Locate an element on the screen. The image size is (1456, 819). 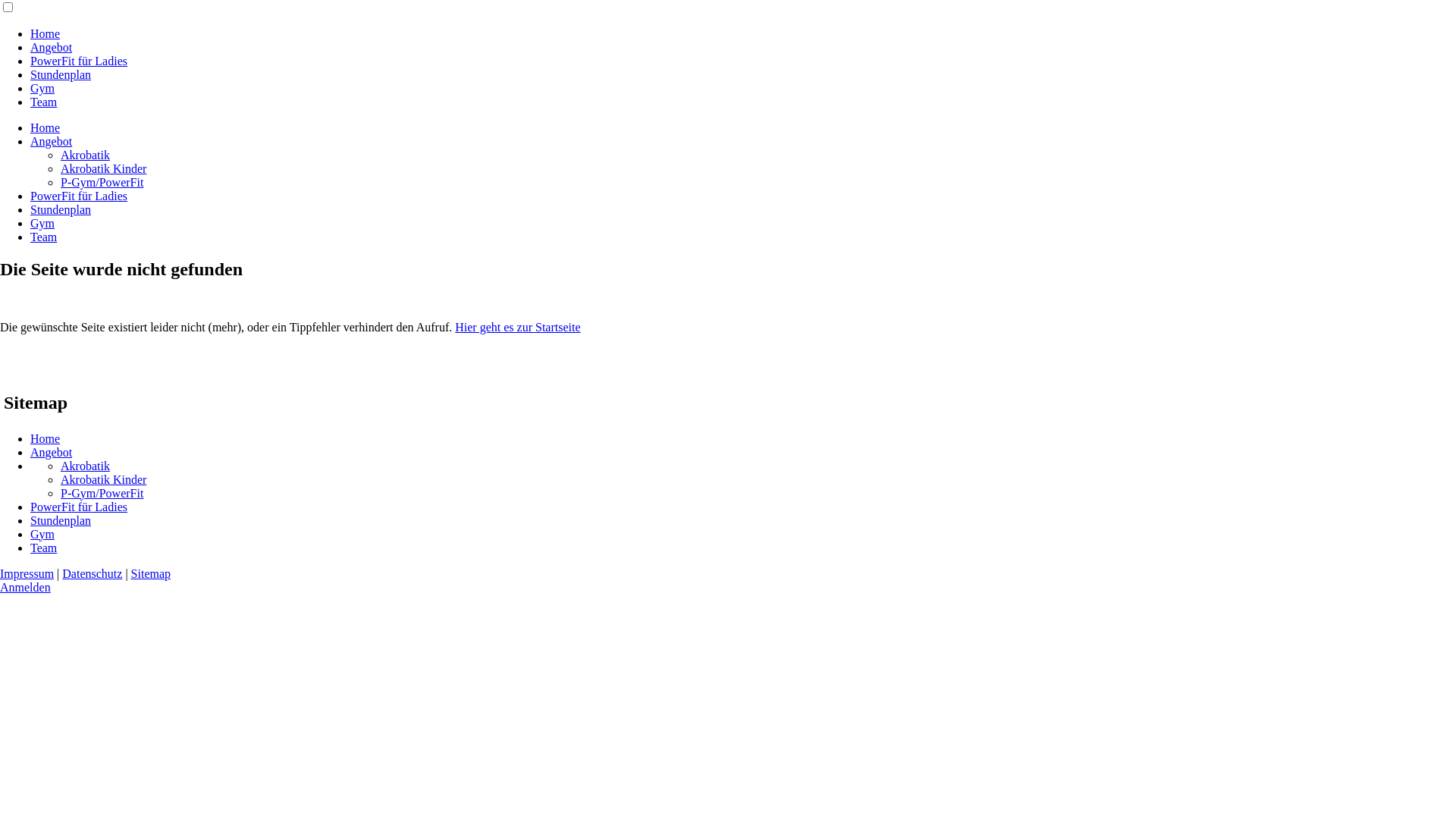
'P-Gym/PowerFit' is located at coordinates (101, 493).